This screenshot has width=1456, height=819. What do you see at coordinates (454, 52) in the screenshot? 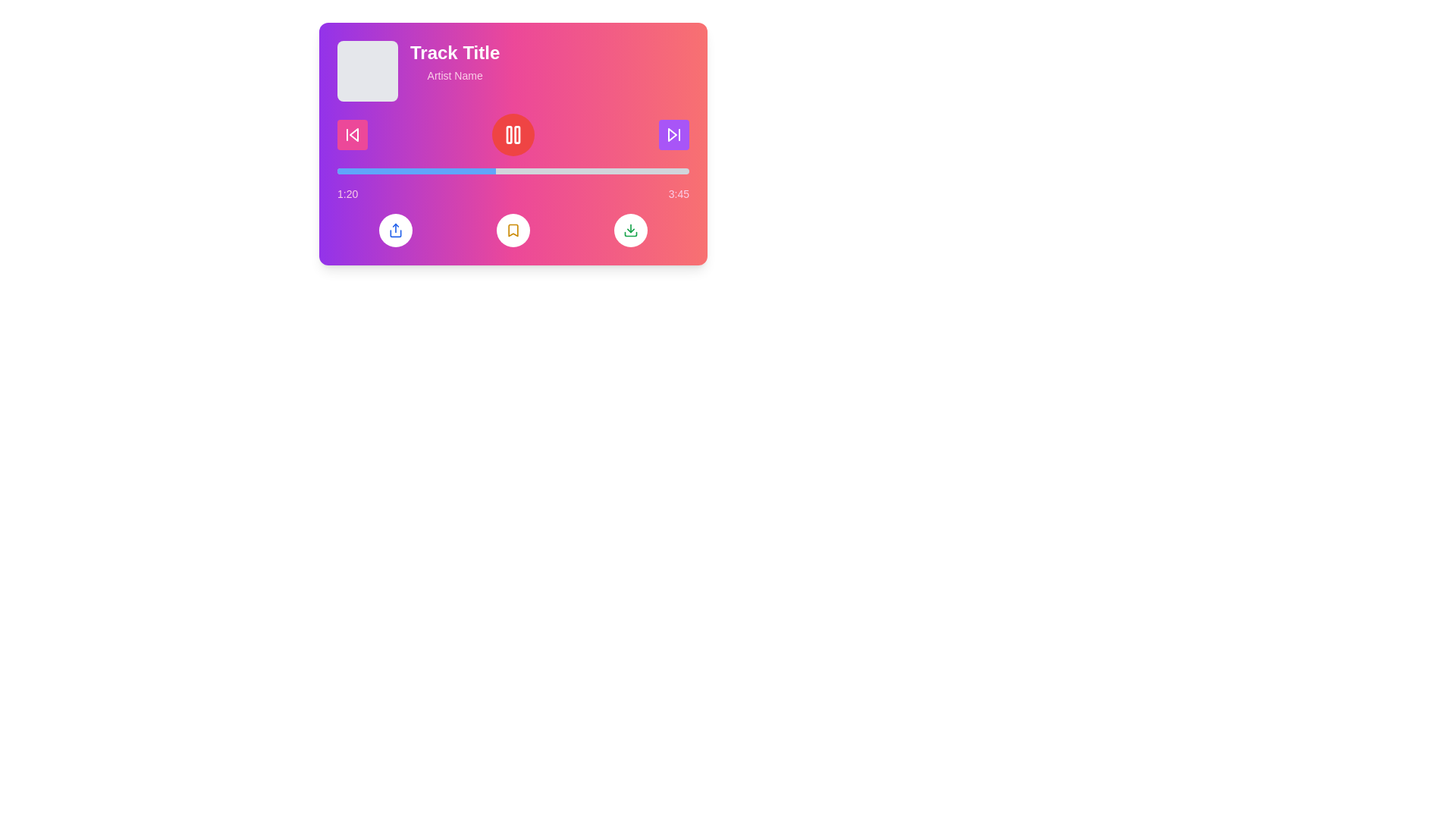
I see `the 'Track Title' text label, which displays the title of the track currently being viewed or played` at bounding box center [454, 52].